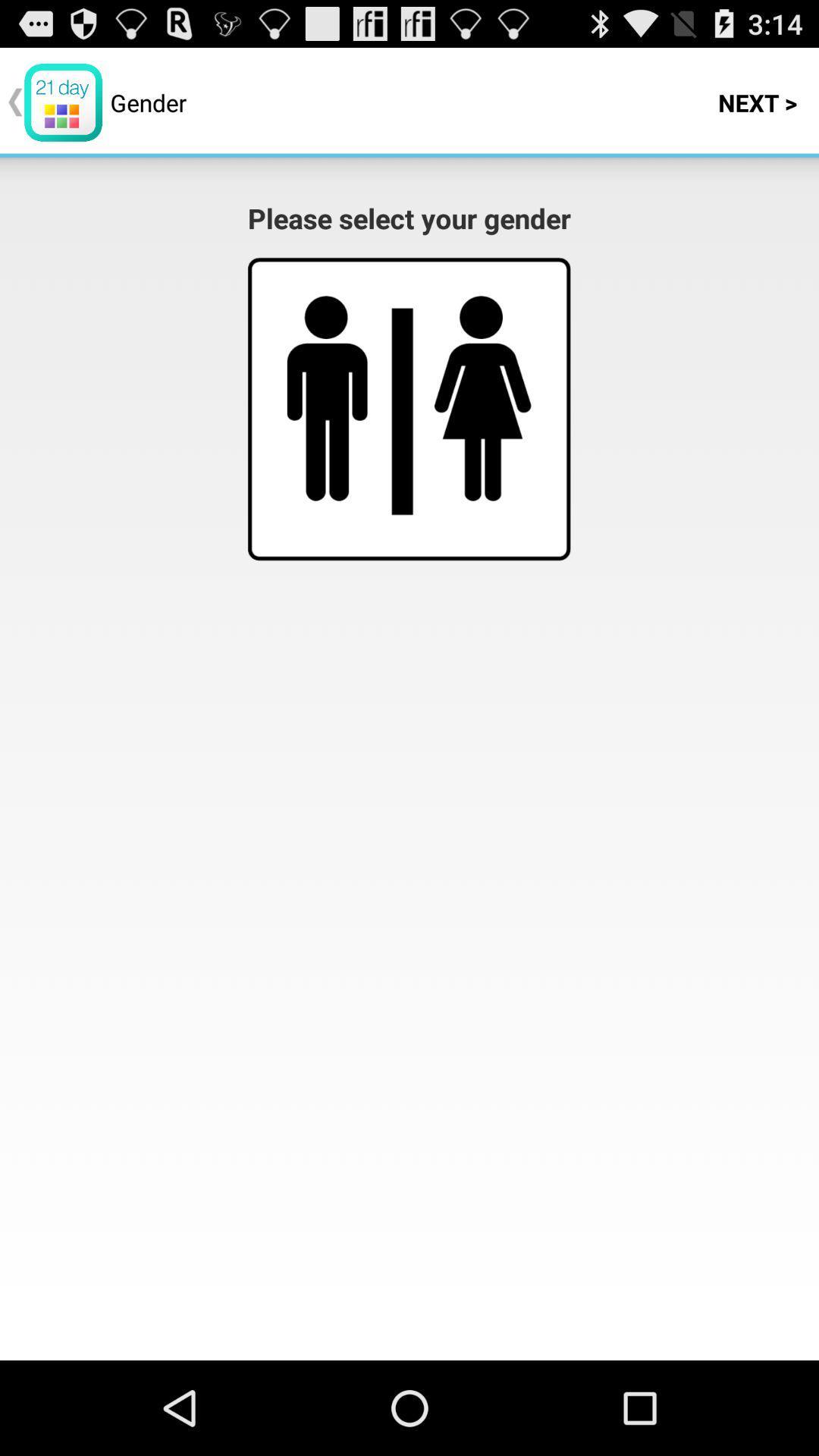  I want to click on image button, so click(482, 398).